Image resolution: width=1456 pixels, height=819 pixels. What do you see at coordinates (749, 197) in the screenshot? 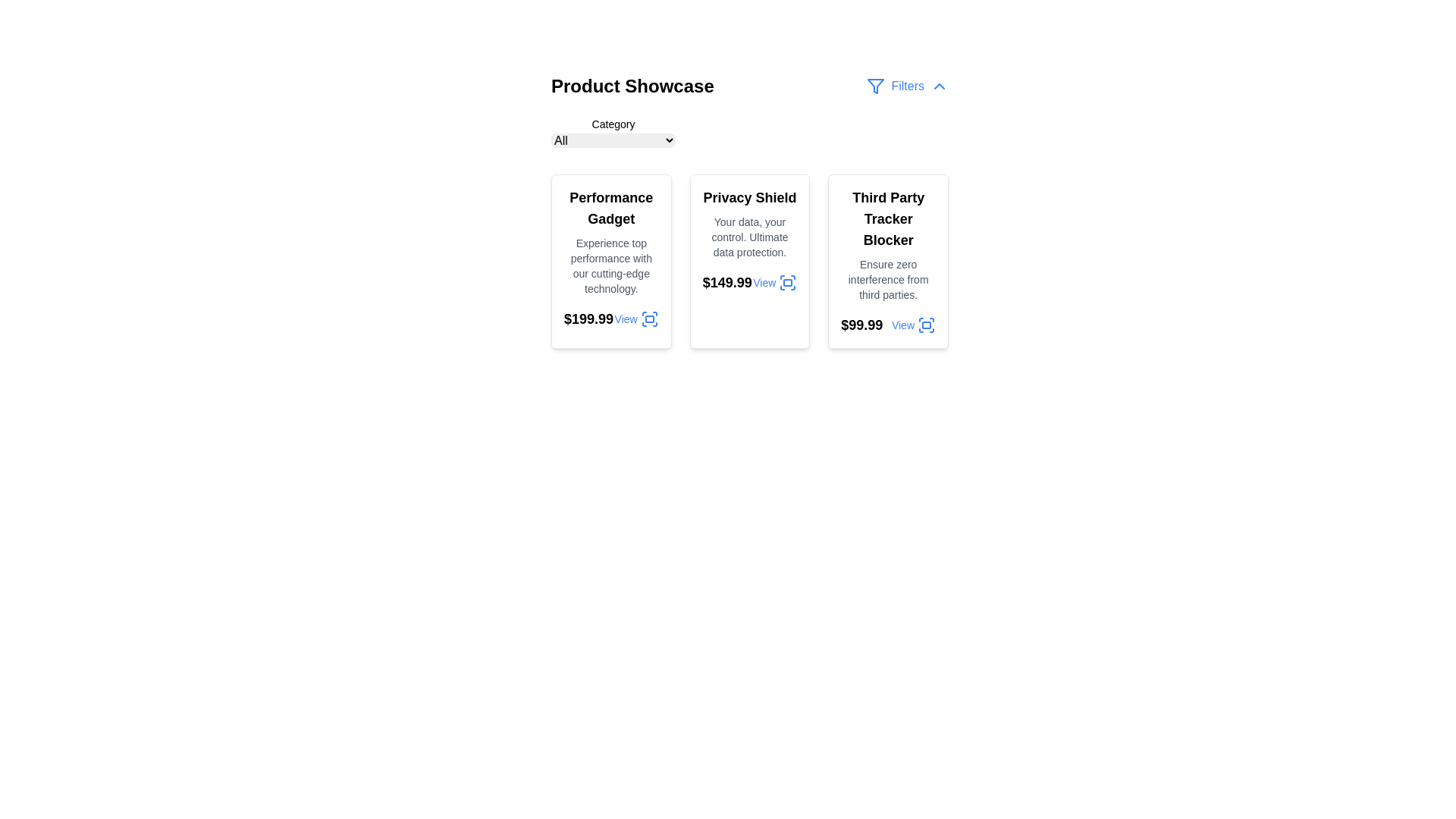
I see `the 'Privacy Shield' text label, which is a bold and prominent title located at the top of the second card in a row of three cards` at bounding box center [749, 197].